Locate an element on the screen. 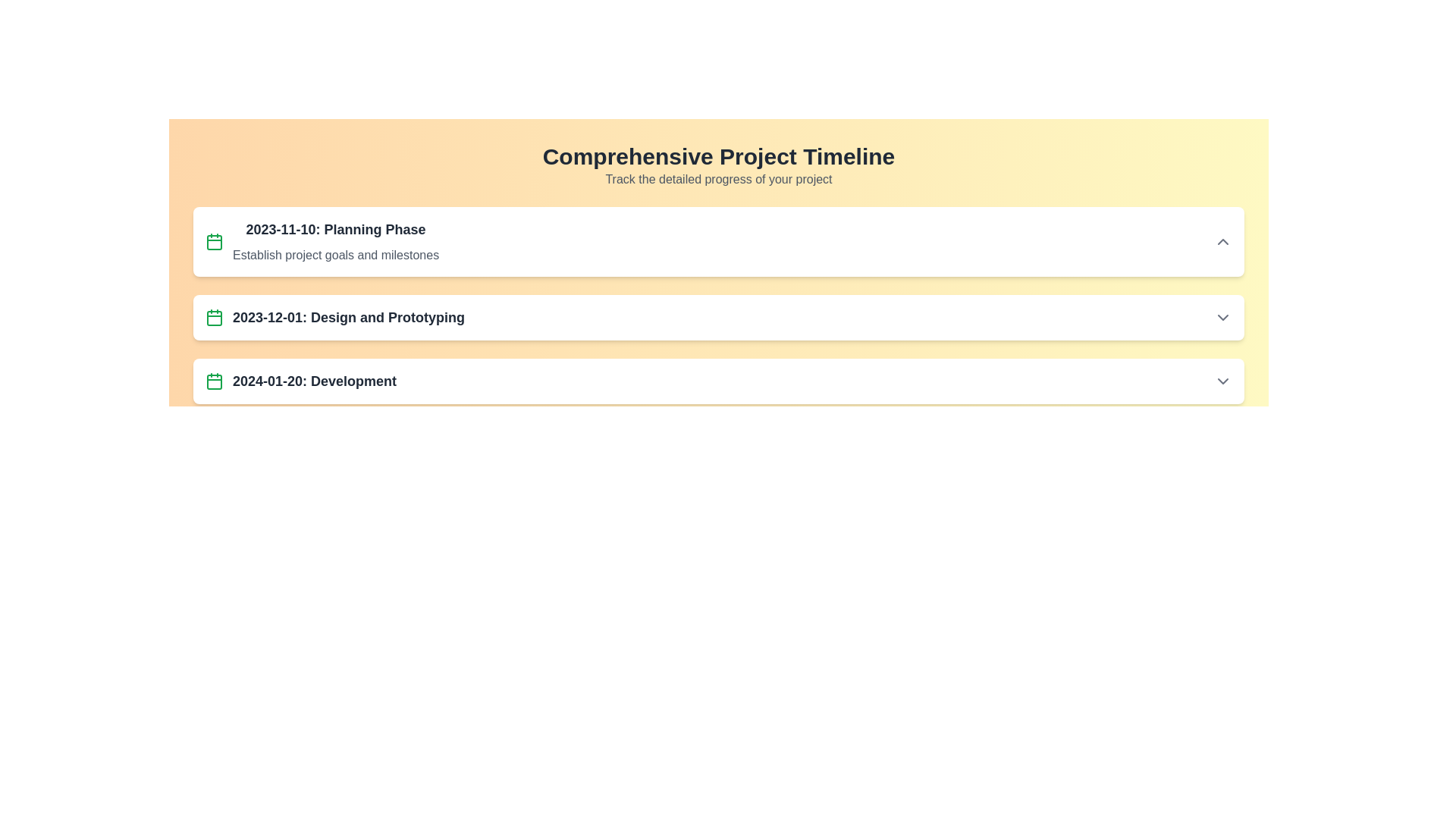 The height and width of the screenshot is (819, 1456). the first item in the vertical list of Text Displays that provides information about a project milestone, located near the top-left of the white card section is located at coordinates (335, 241).